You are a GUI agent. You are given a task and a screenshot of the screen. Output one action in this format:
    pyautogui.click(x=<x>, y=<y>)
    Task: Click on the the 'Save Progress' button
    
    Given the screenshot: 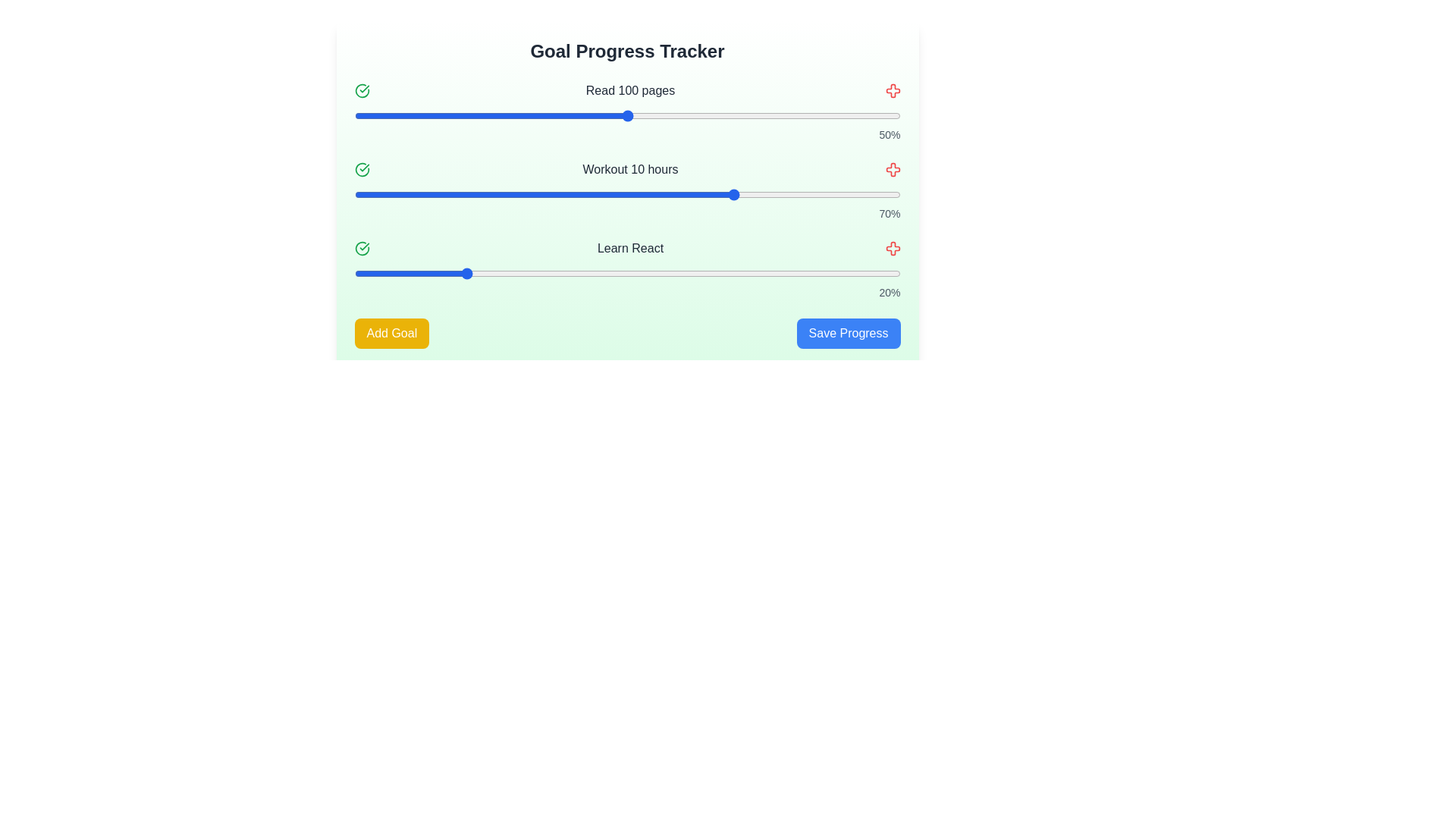 What is the action you would take?
    pyautogui.click(x=847, y=332)
    